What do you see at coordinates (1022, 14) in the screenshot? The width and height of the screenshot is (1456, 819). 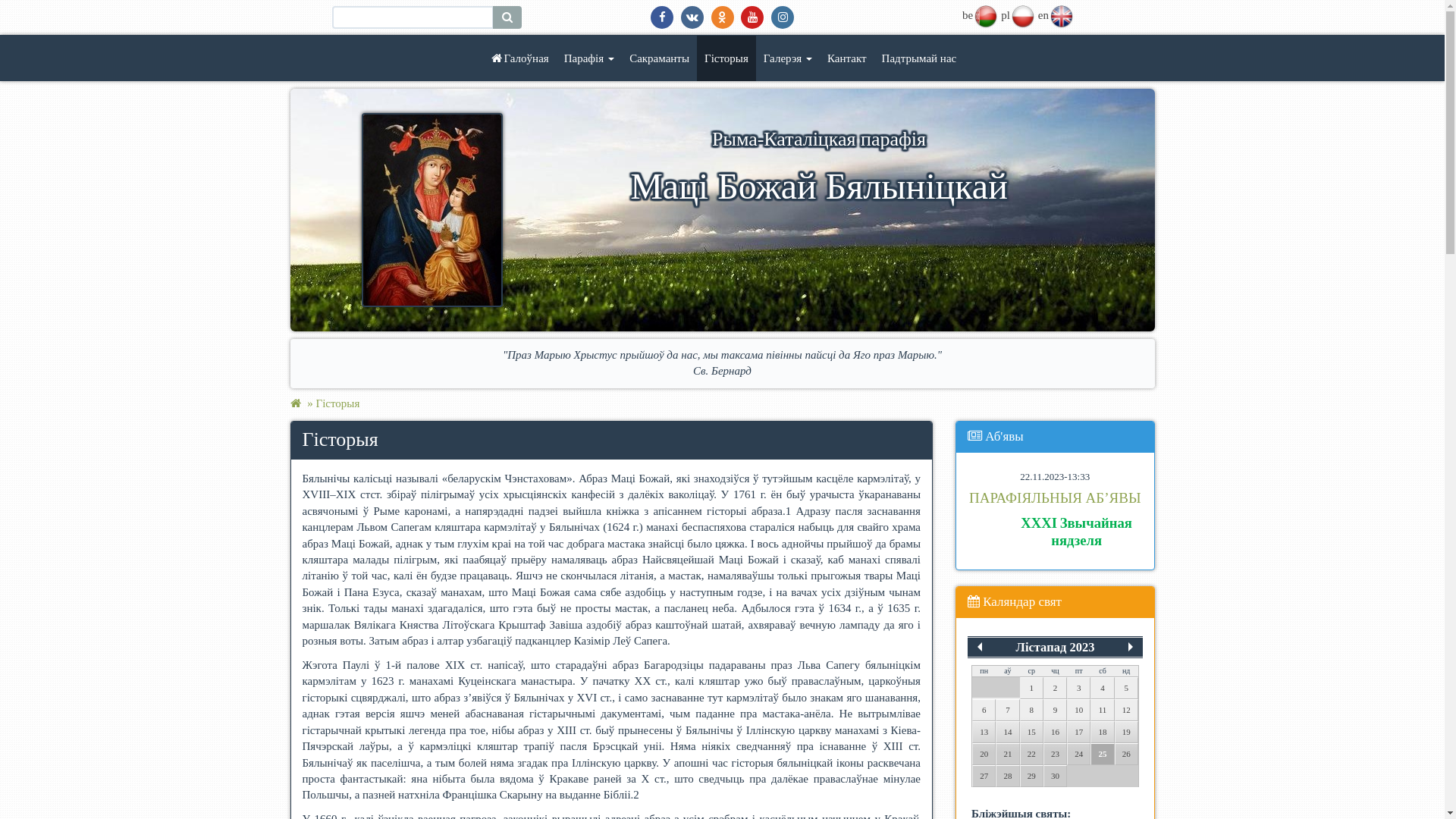 I see `'pl'` at bounding box center [1022, 14].